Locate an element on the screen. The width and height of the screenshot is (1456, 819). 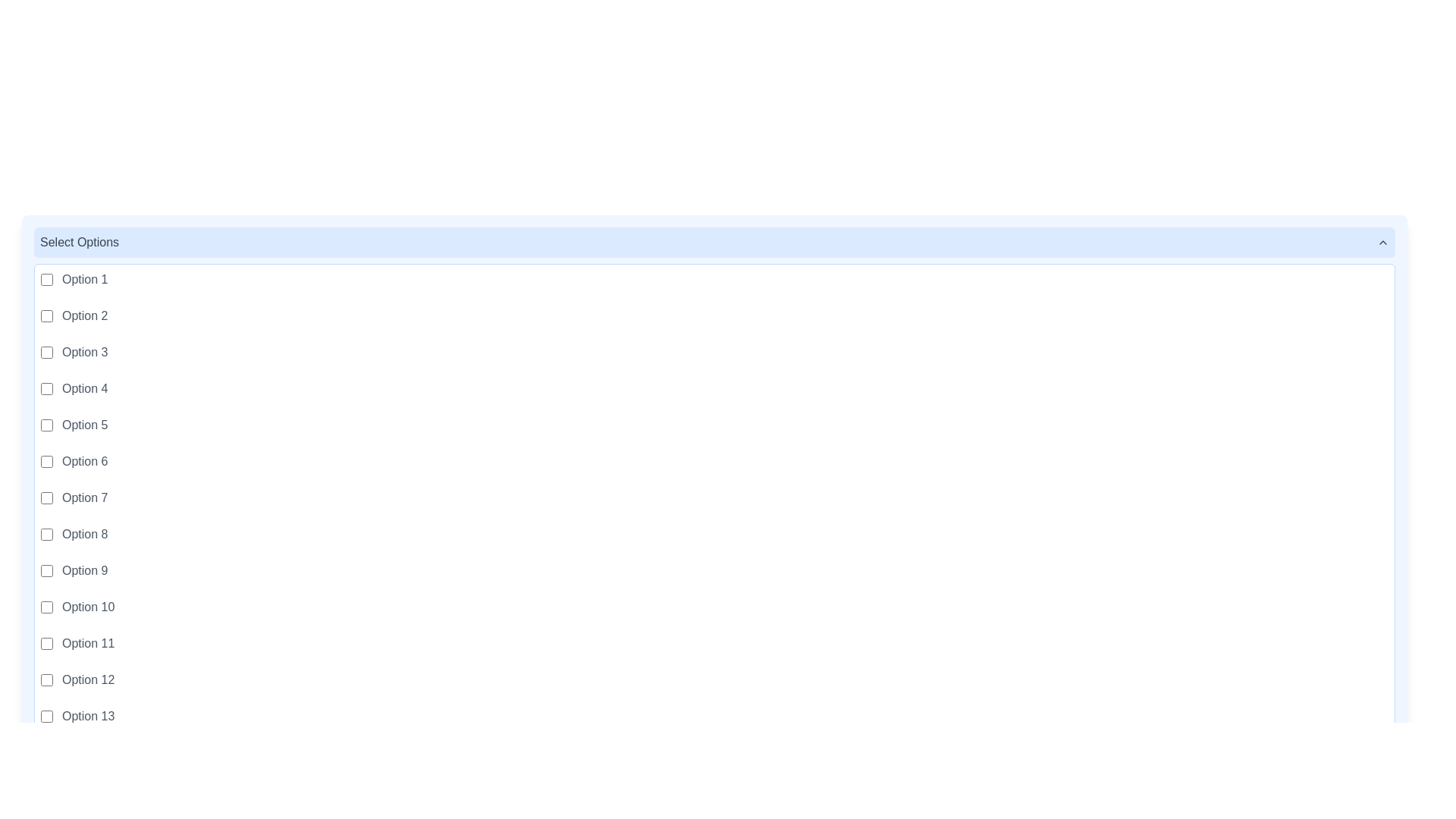
the checkbox for 'Option 8' is located at coordinates (47, 534).